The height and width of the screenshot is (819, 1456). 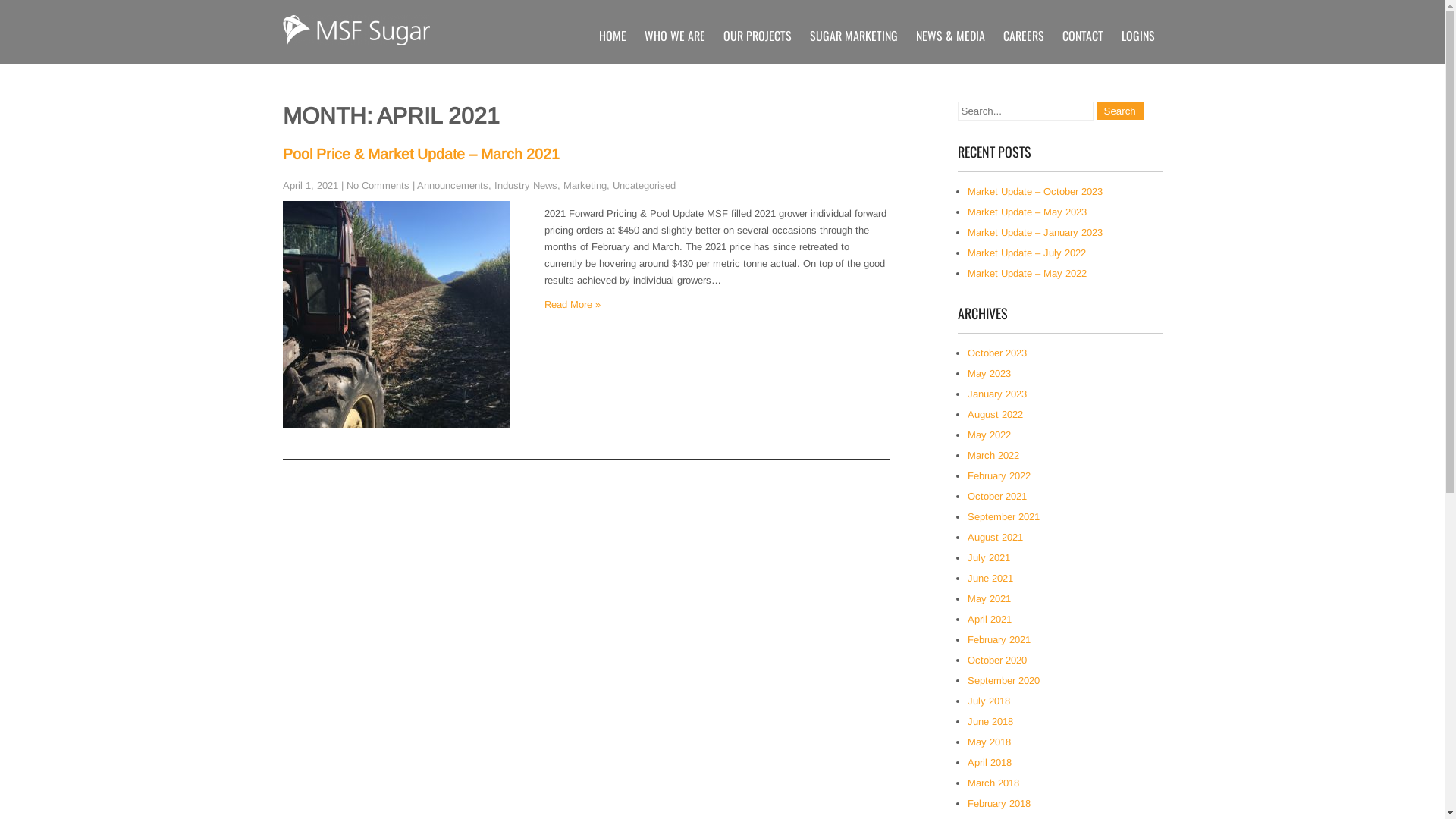 What do you see at coordinates (1022, 34) in the screenshot?
I see `'CAREERS'` at bounding box center [1022, 34].